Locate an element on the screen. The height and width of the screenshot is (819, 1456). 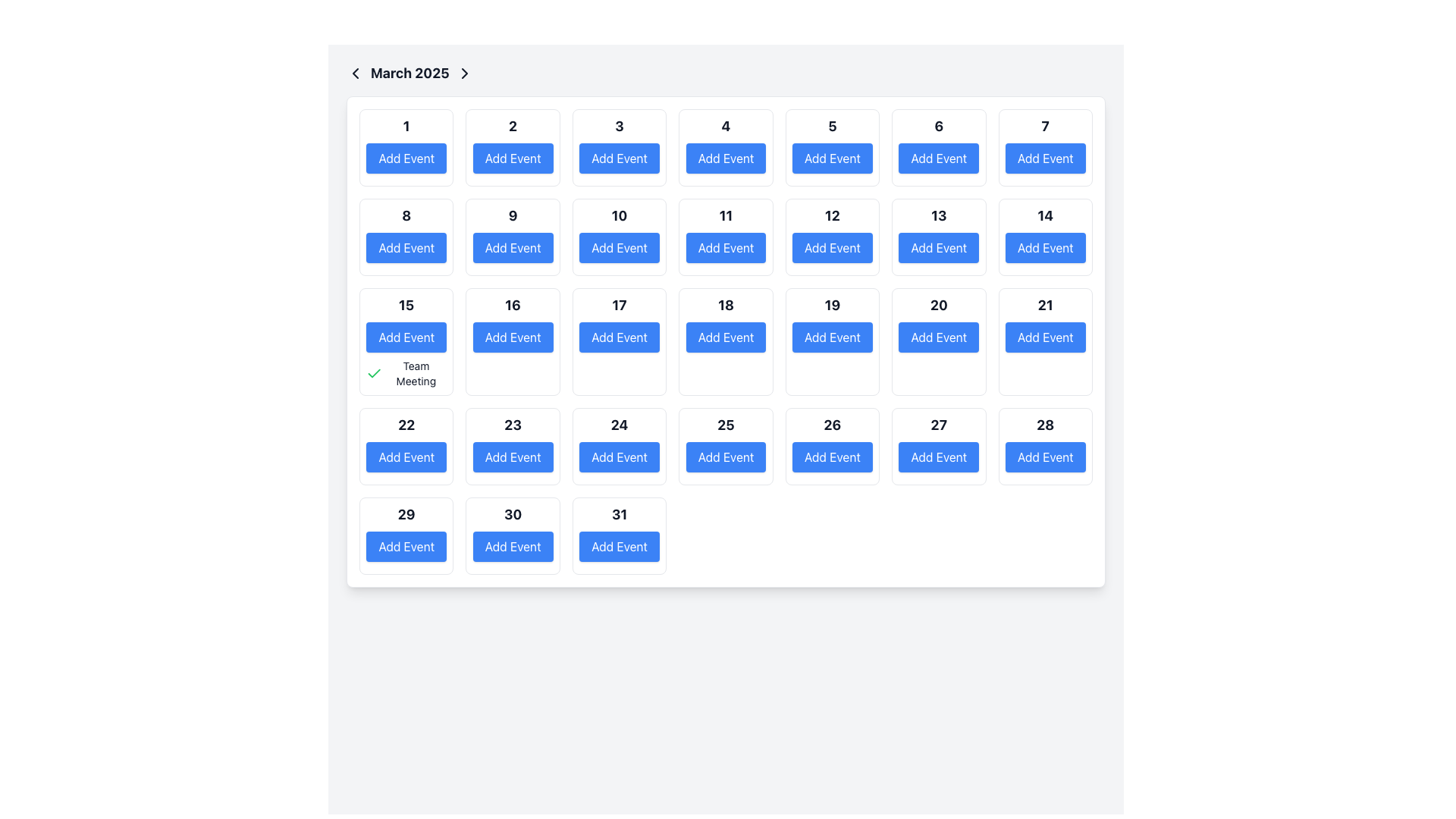
the calendar to view or edit details associated with the 23rd day, which includes clicking the 'Add Event' button within this element is located at coordinates (513, 446).